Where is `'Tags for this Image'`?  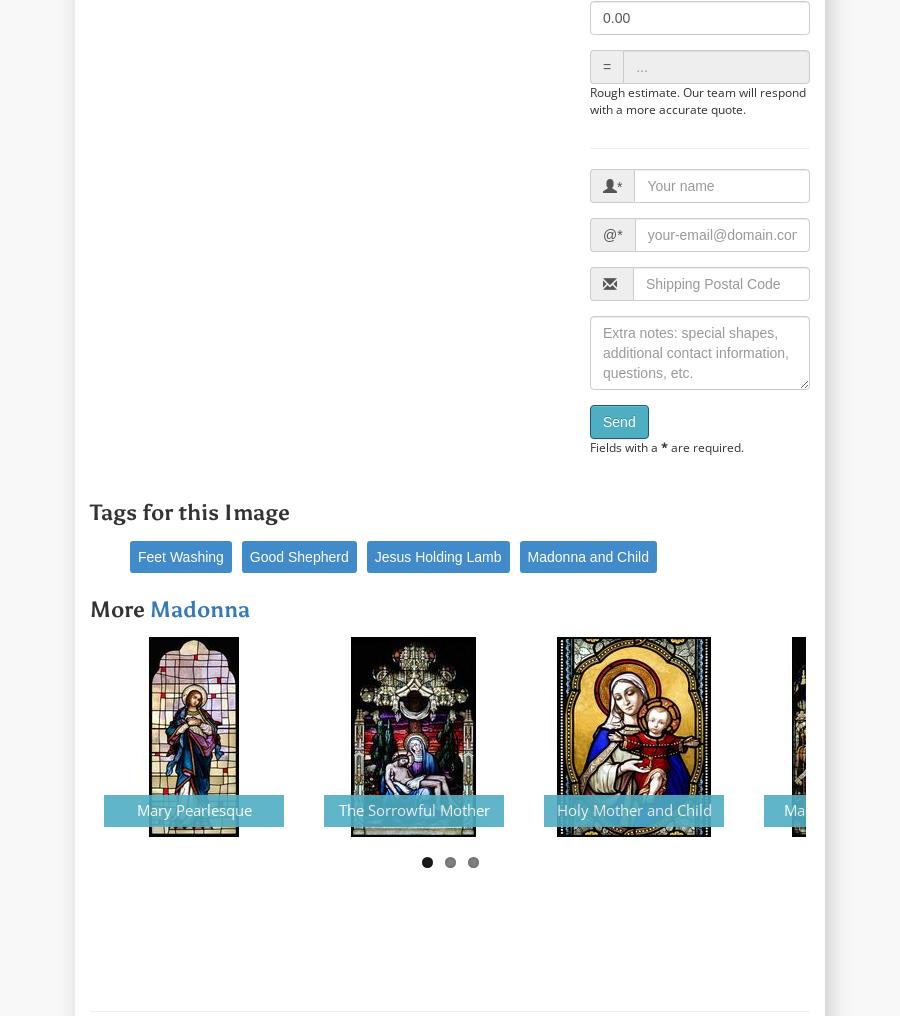 'Tags for this Image' is located at coordinates (189, 511).